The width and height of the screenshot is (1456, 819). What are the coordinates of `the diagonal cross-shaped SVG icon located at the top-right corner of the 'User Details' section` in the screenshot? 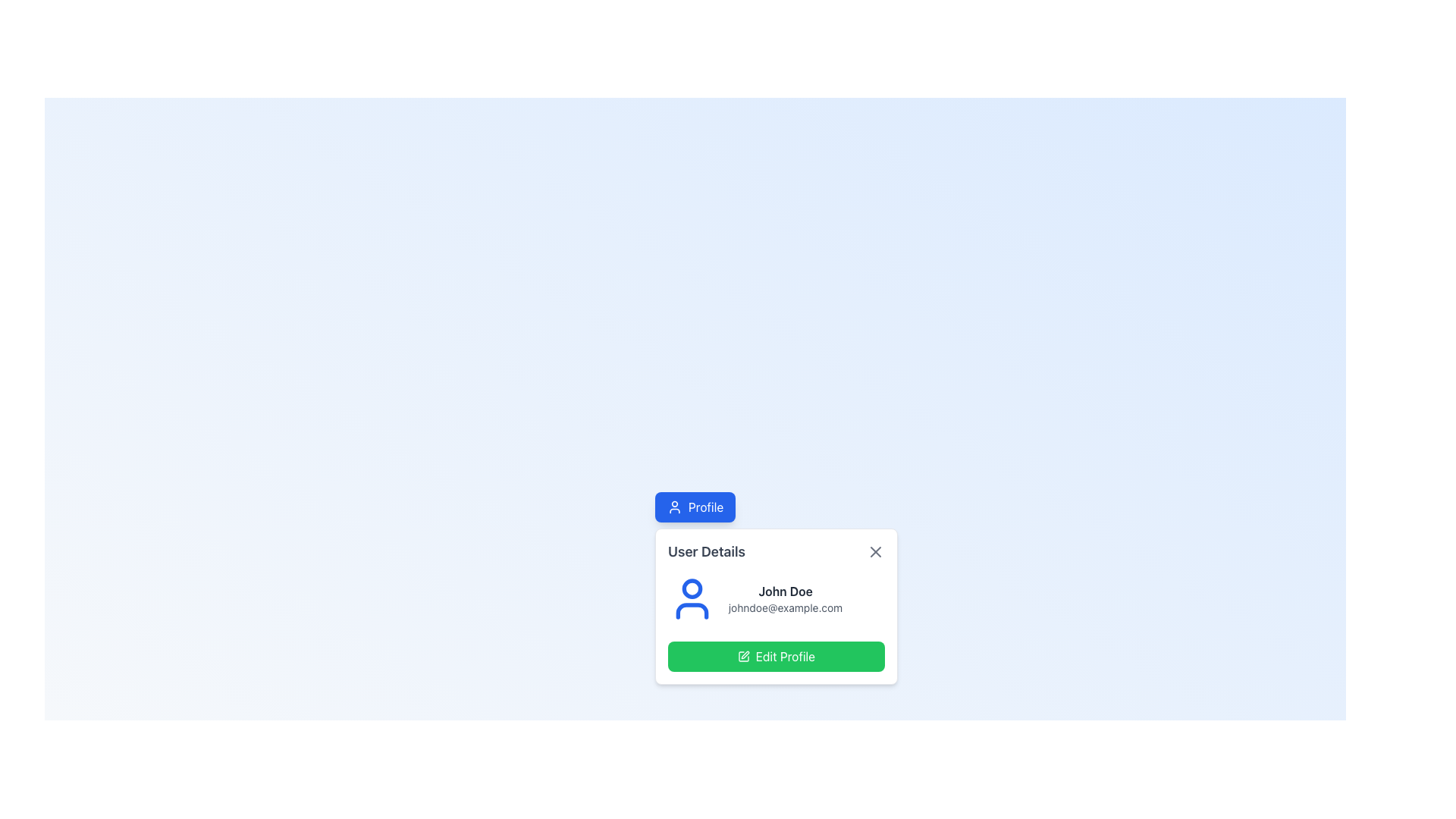 It's located at (875, 552).